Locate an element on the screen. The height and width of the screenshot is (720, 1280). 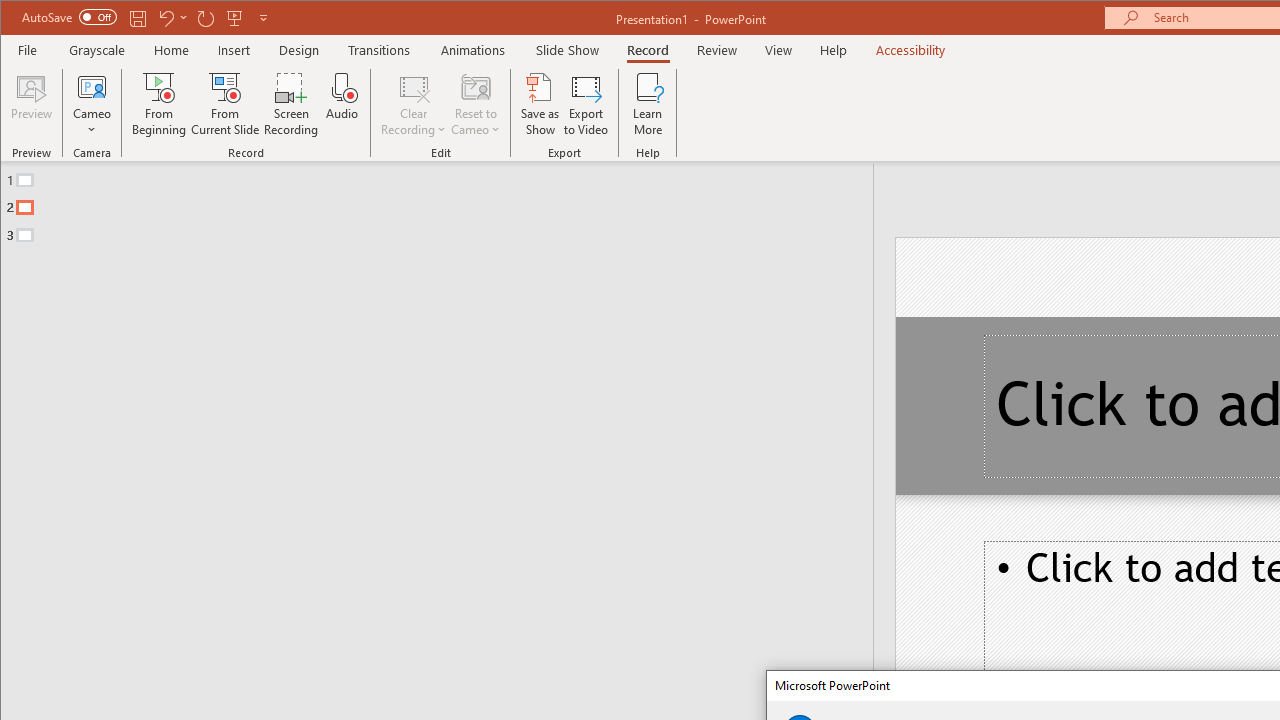
'Screen Recording' is located at coordinates (290, 104).